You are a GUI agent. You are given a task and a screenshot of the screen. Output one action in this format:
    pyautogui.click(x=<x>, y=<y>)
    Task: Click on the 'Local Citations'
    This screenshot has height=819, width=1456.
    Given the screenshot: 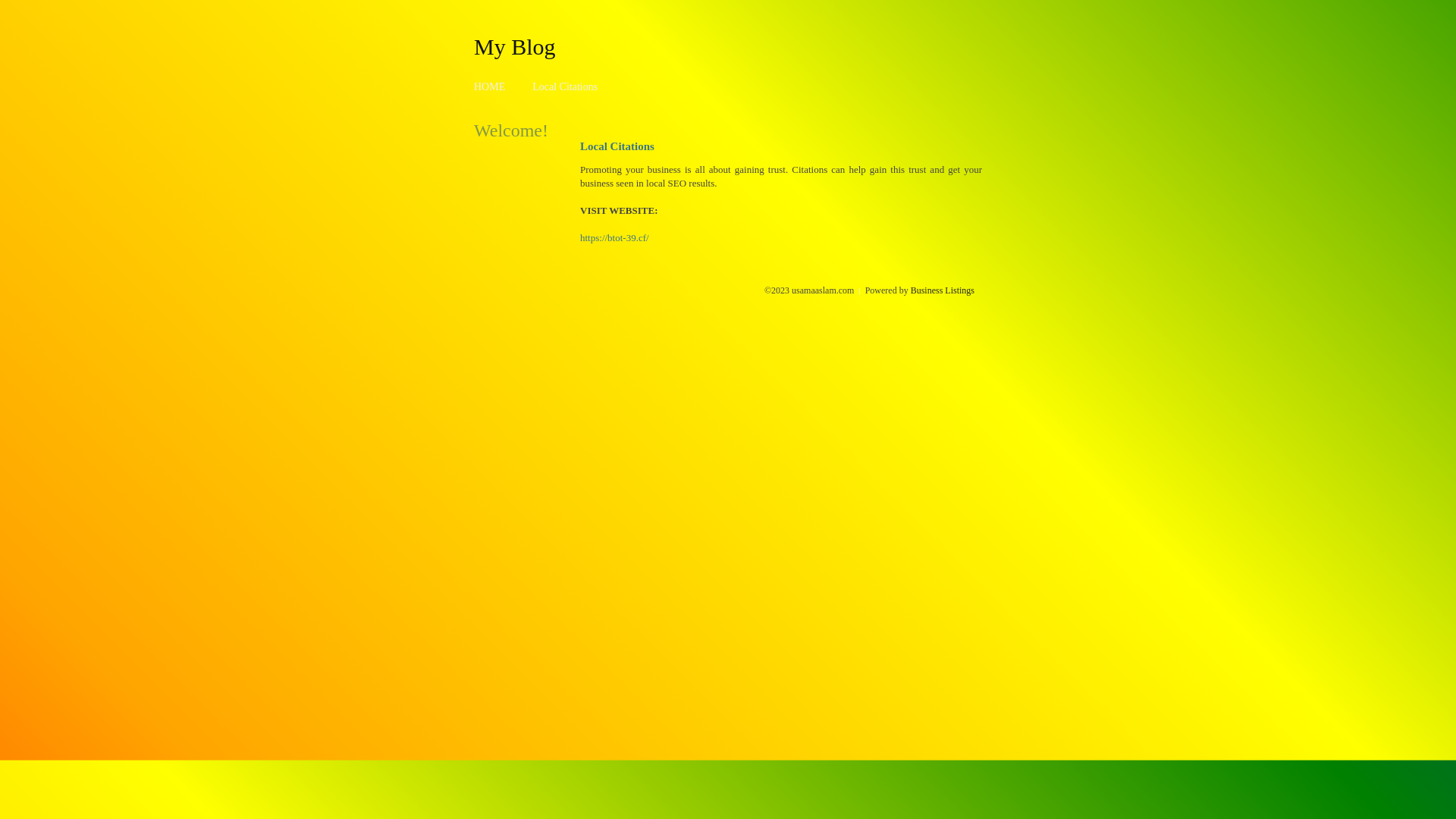 What is the action you would take?
    pyautogui.click(x=563, y=86)
    